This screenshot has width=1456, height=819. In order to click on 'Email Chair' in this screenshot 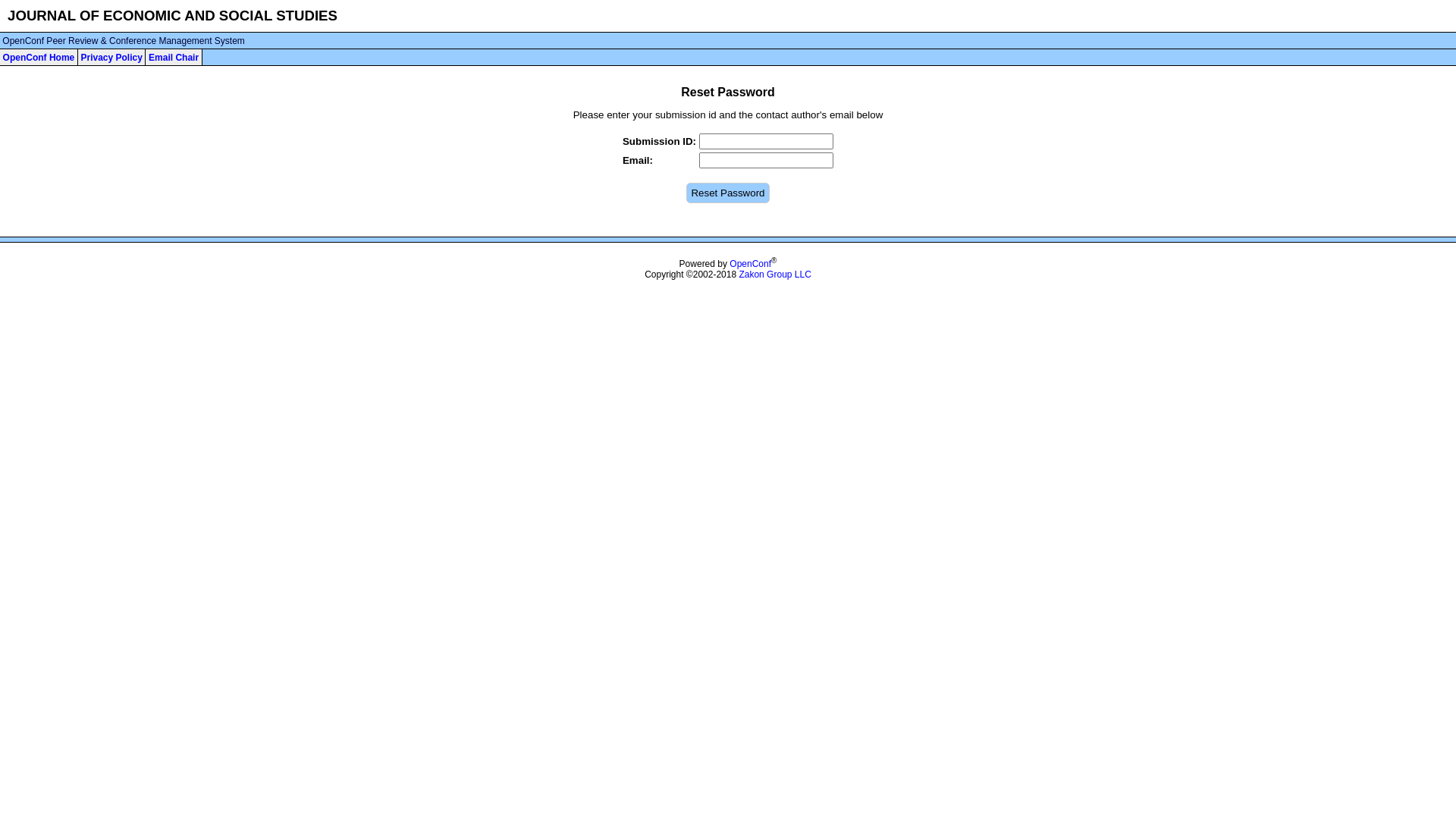, I will do `click(174, 57)`.